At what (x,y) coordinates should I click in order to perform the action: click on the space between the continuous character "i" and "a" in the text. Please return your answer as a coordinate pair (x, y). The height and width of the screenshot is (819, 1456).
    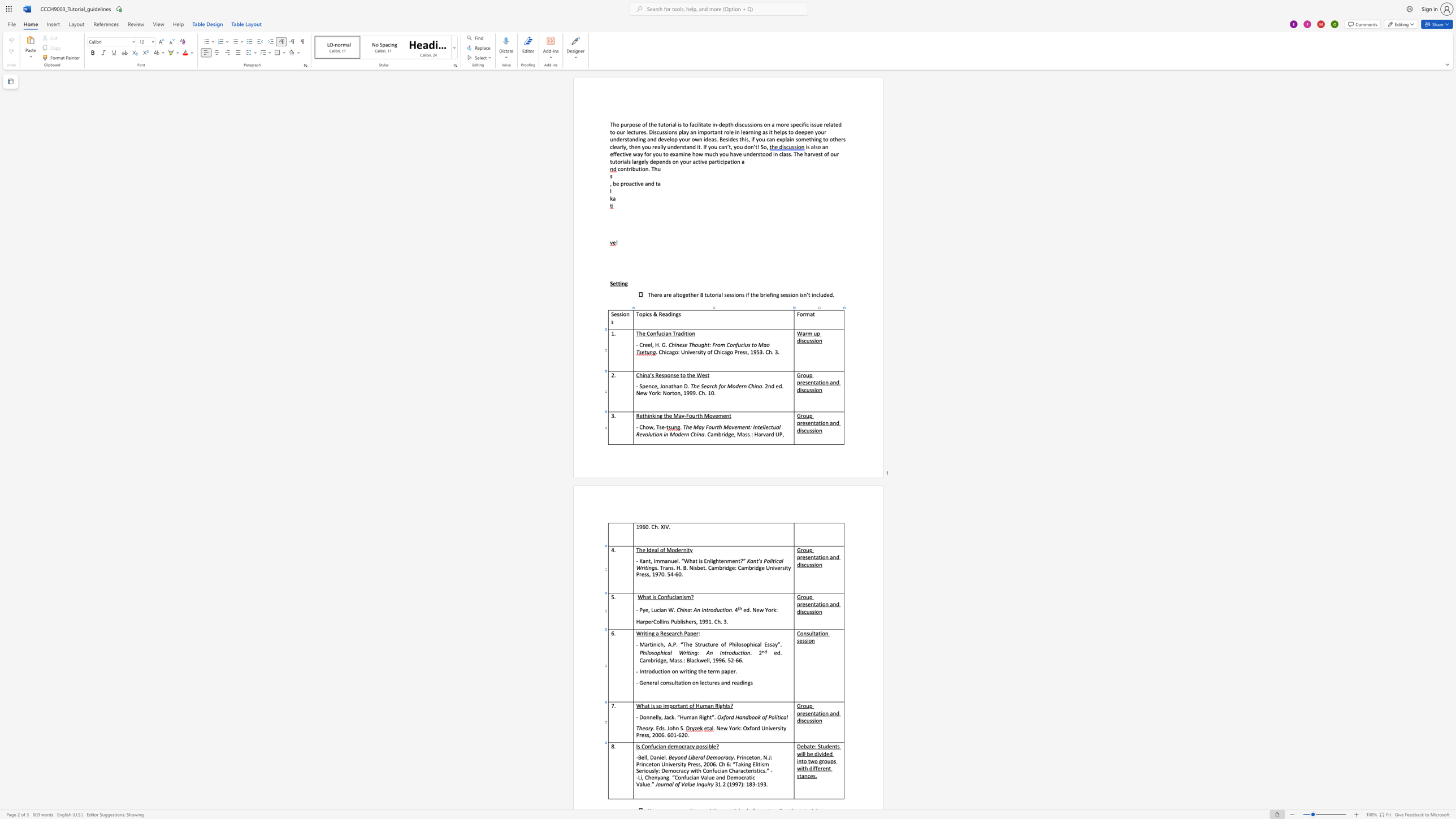
    Looking at the image, I should click on (660, 746).